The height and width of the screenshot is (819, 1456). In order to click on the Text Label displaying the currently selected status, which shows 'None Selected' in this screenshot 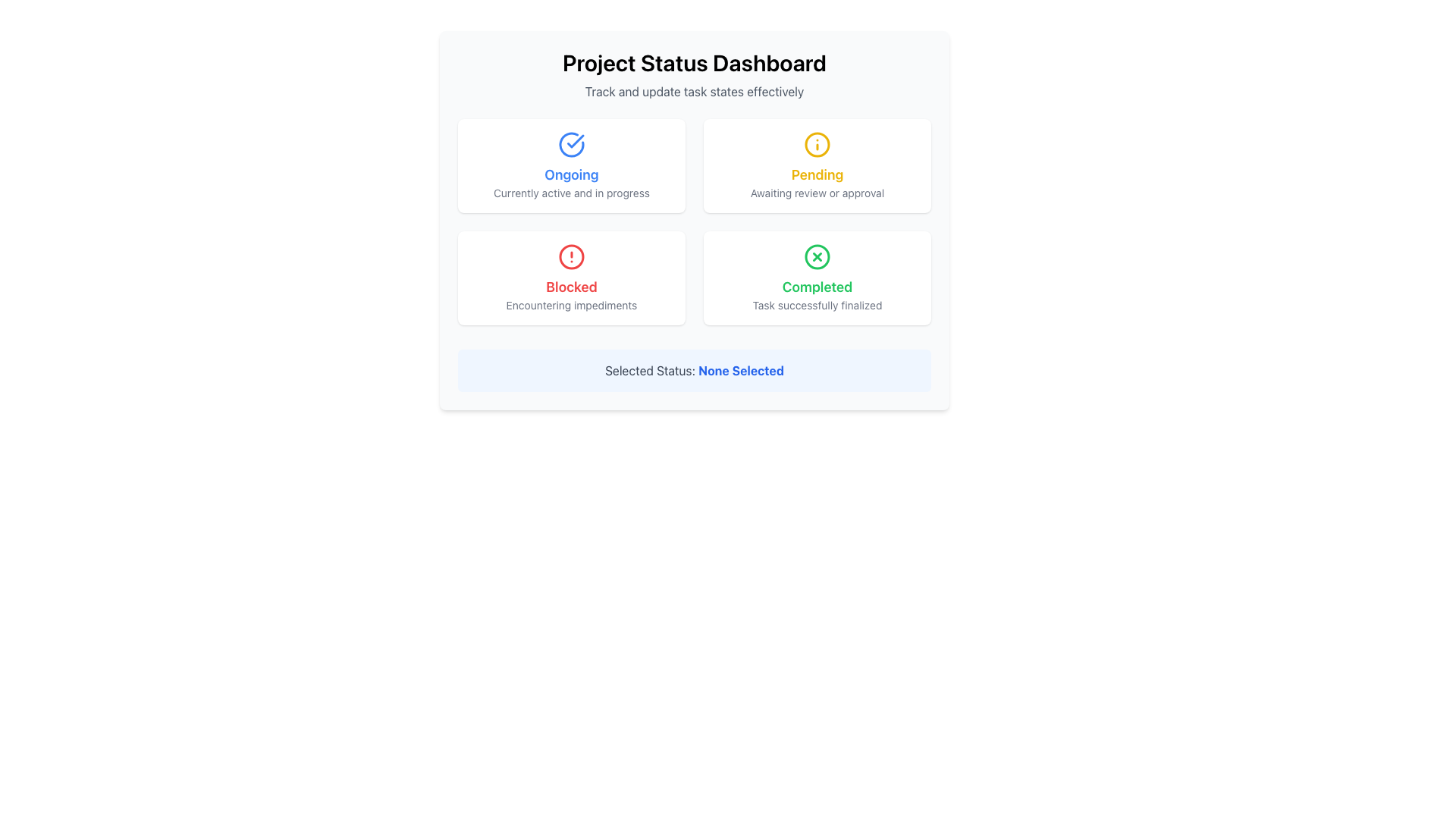, I will do `click(741, 371)`.